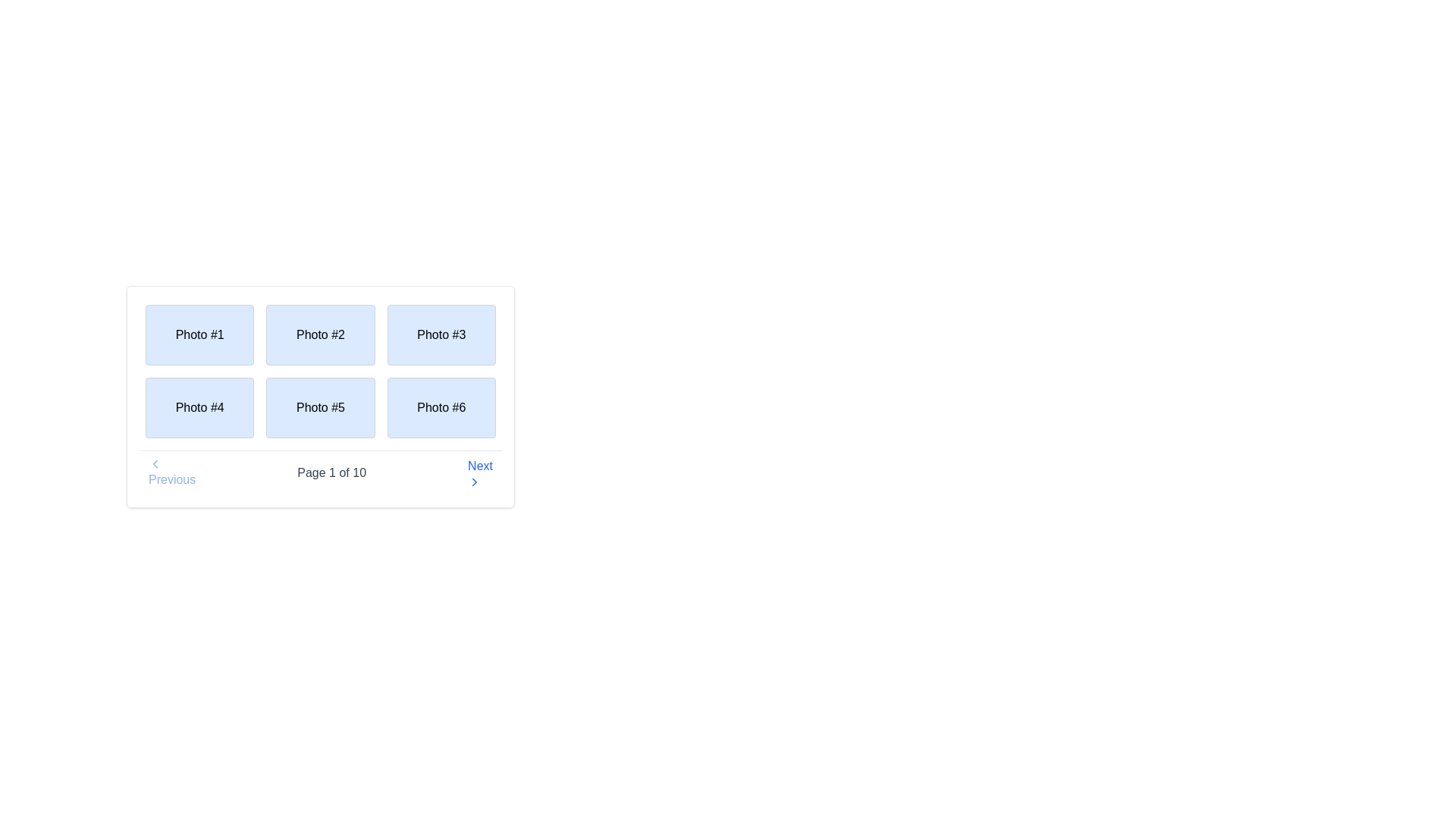 This screenshot has height=819, width=1456. I want to click on the light blue button labeled 'Photo #2', so click(319, 334).